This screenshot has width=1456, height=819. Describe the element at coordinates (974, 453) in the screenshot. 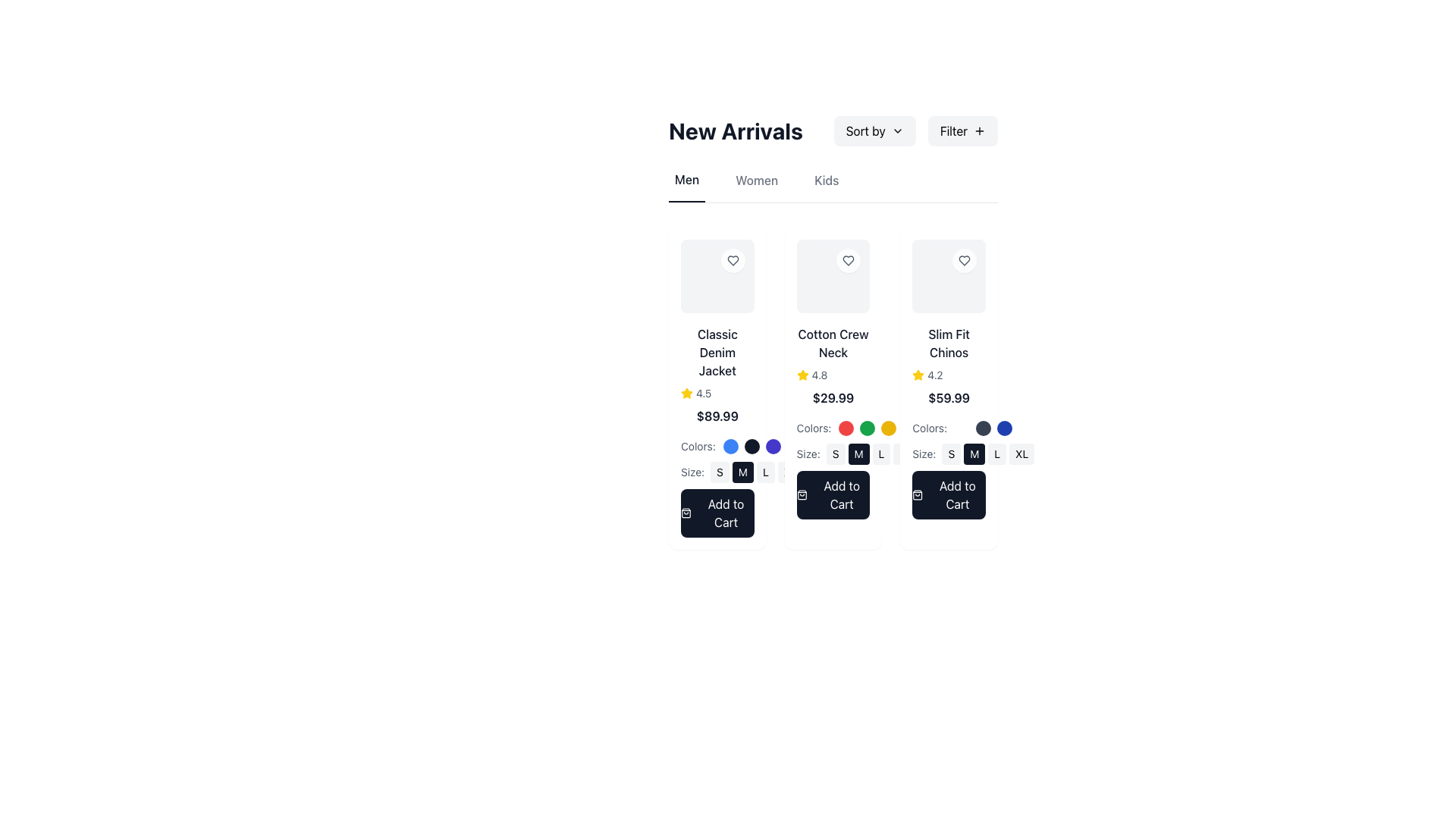

I see `the 'M' size selection button in the third product card to indicate the selection visually and update the product size` at that location.